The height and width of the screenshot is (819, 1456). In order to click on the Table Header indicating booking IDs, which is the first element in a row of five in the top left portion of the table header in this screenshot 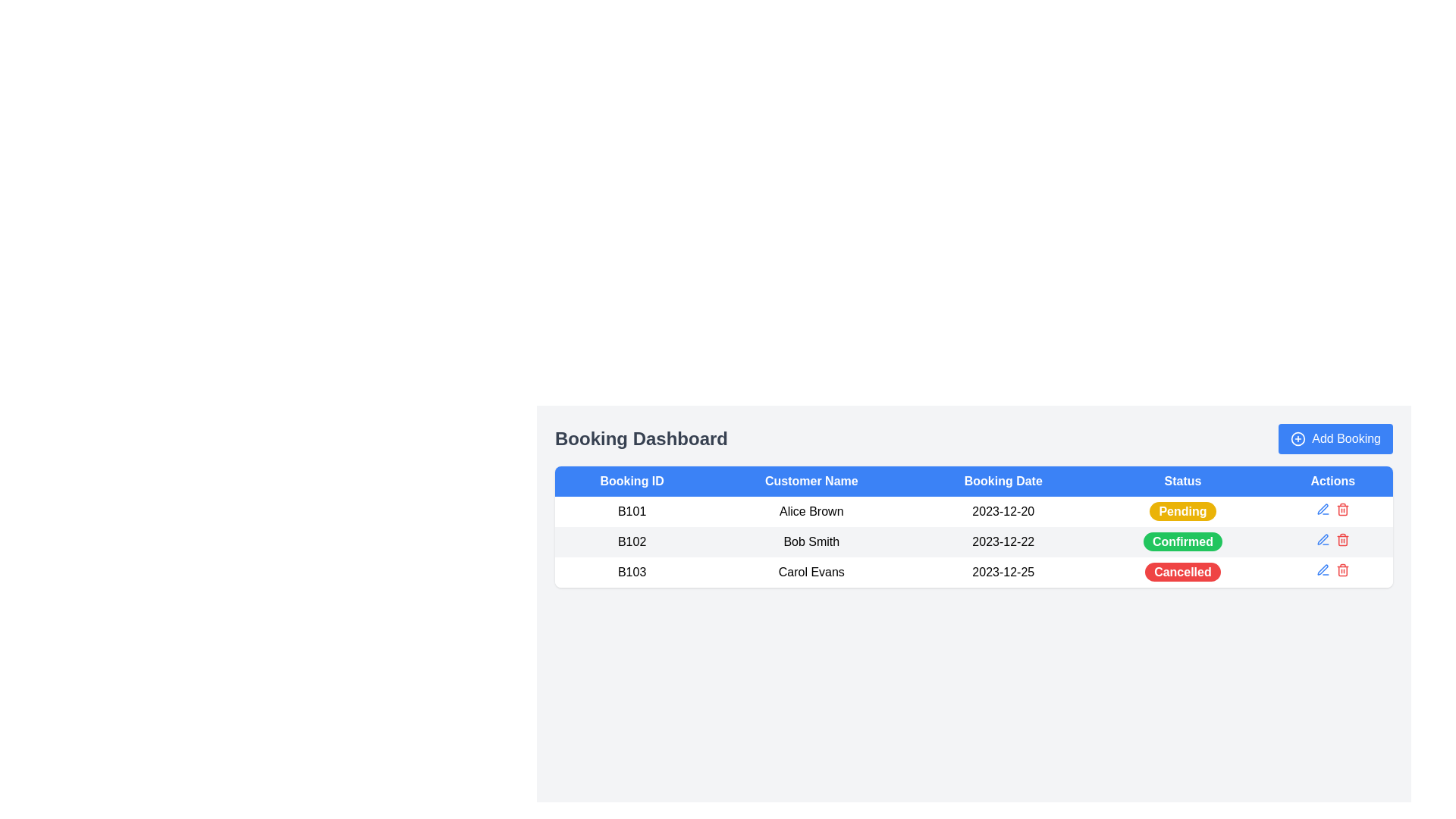, I will do `click(632, 482)`.